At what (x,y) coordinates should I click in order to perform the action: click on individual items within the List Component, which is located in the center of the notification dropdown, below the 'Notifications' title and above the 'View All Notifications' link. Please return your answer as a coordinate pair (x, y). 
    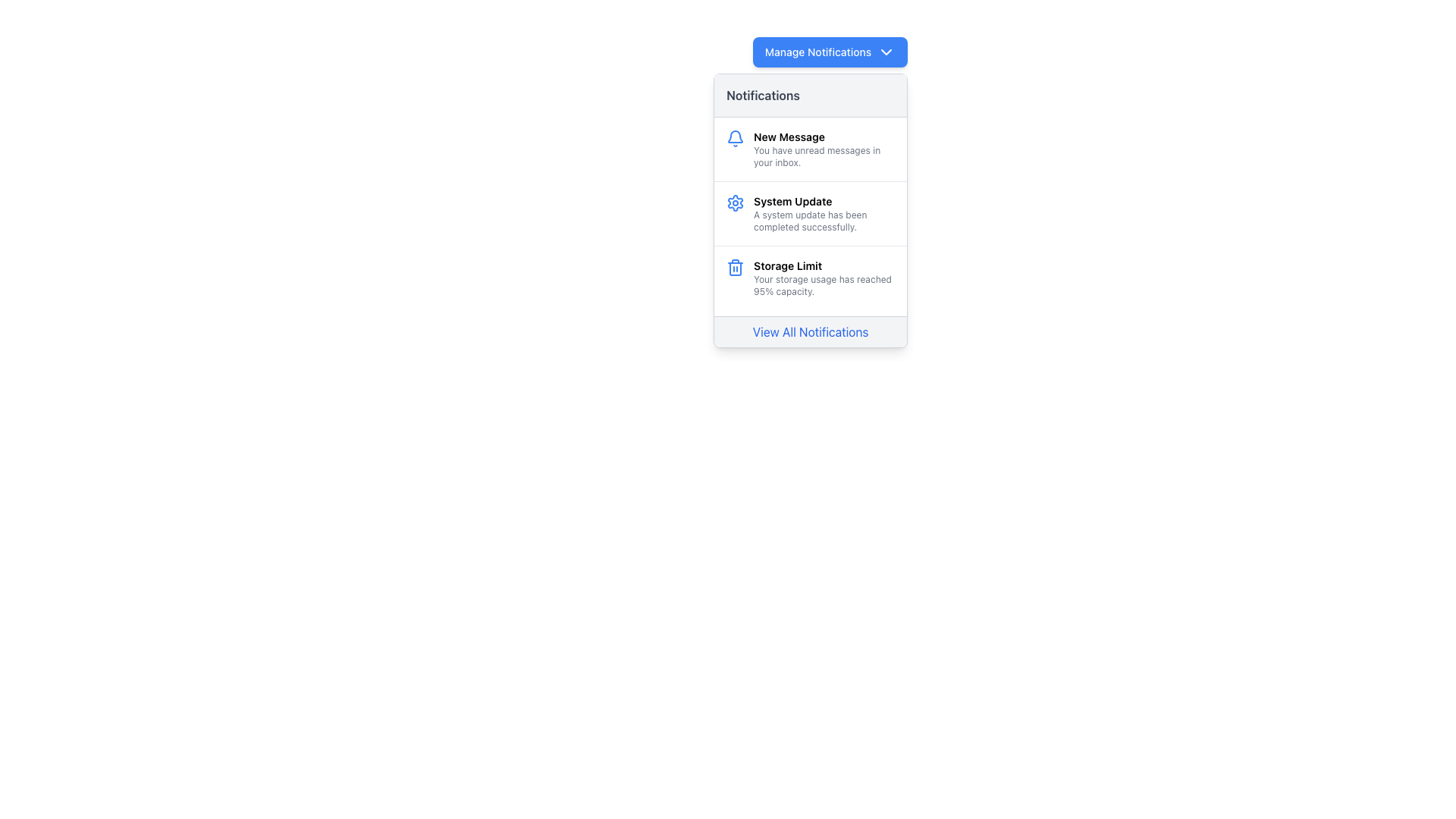
    Looking at the image, I should click on (810, 213).